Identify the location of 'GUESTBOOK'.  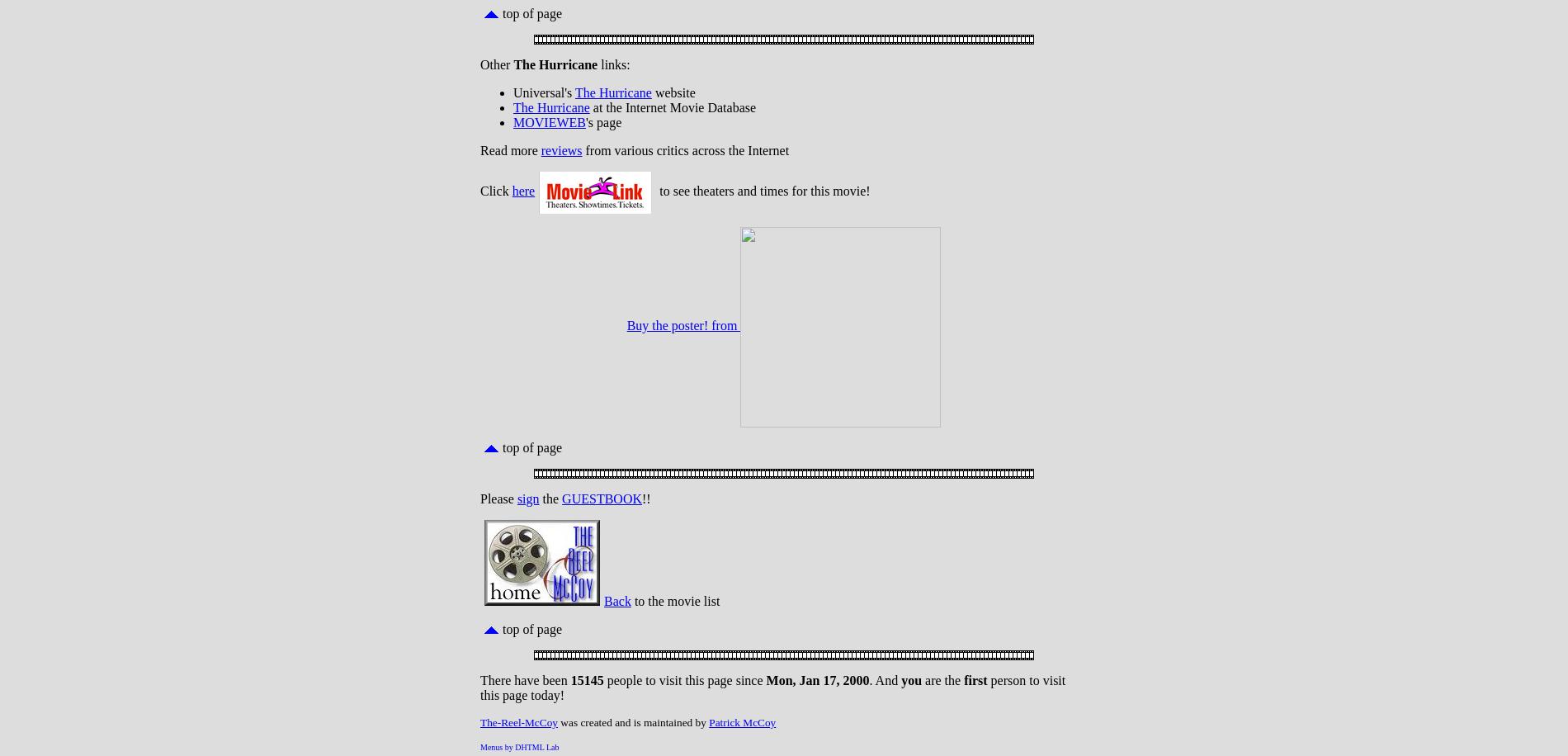
(601, 498).